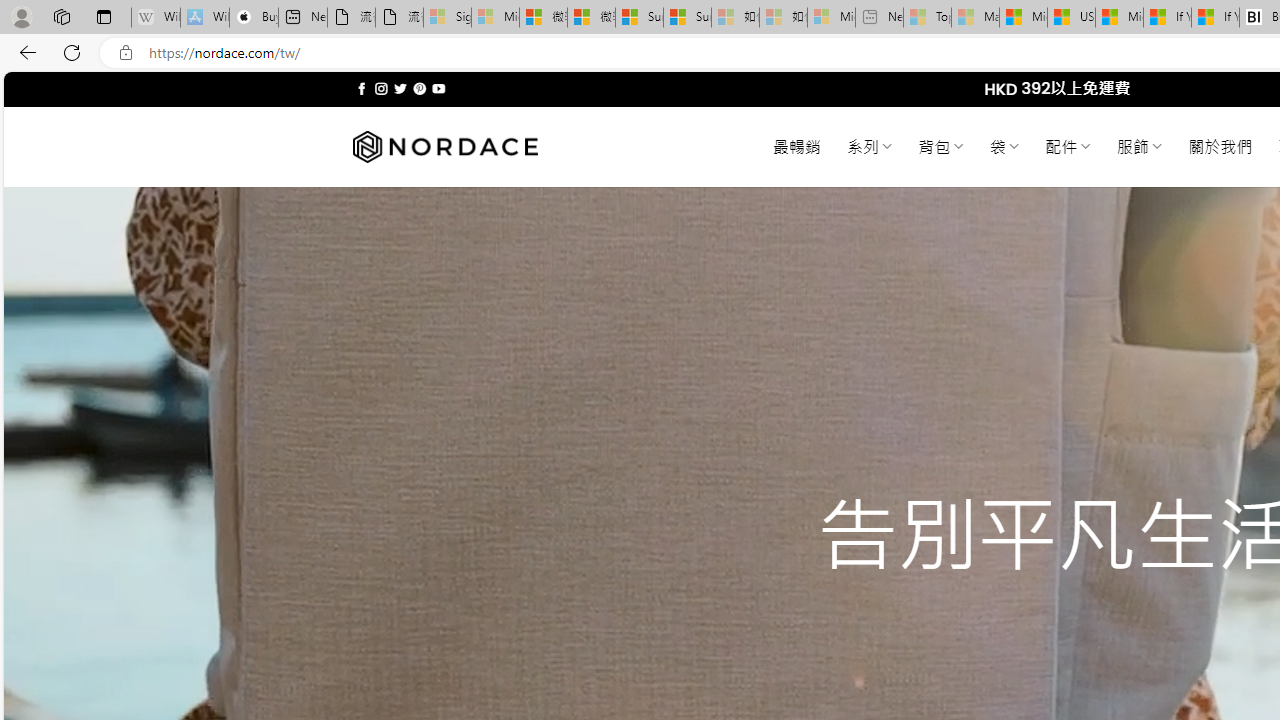 This screenshot has width=1280, height=720. Describe the element at coordinates (381, 88) in the screenshot. I see `'Follow on Instagram'` at that location.